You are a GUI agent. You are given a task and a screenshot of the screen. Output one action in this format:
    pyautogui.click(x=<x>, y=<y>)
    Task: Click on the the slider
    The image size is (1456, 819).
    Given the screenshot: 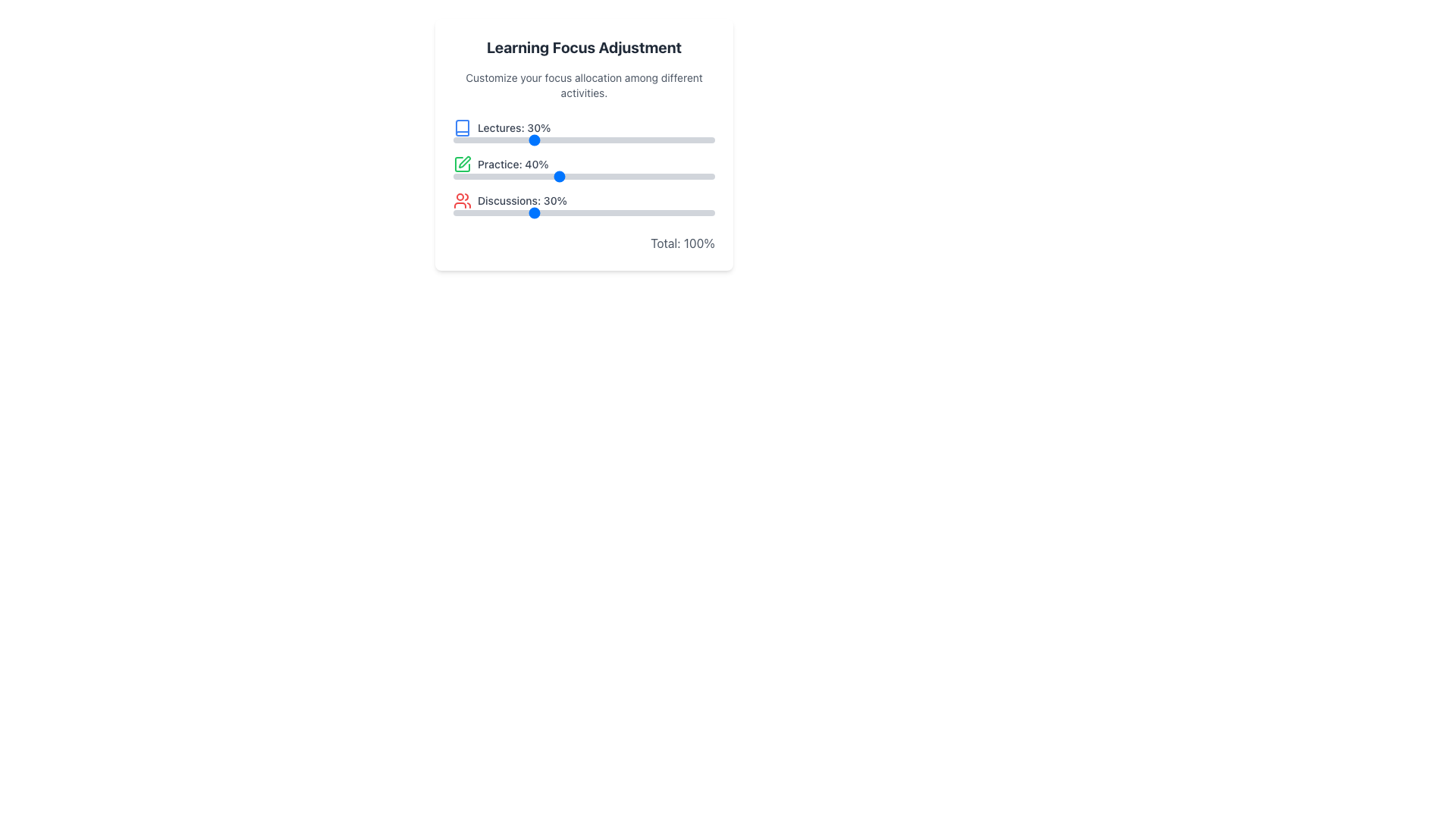 What is the action you would take?
    pyautogui.click(x=591, y=213)
    